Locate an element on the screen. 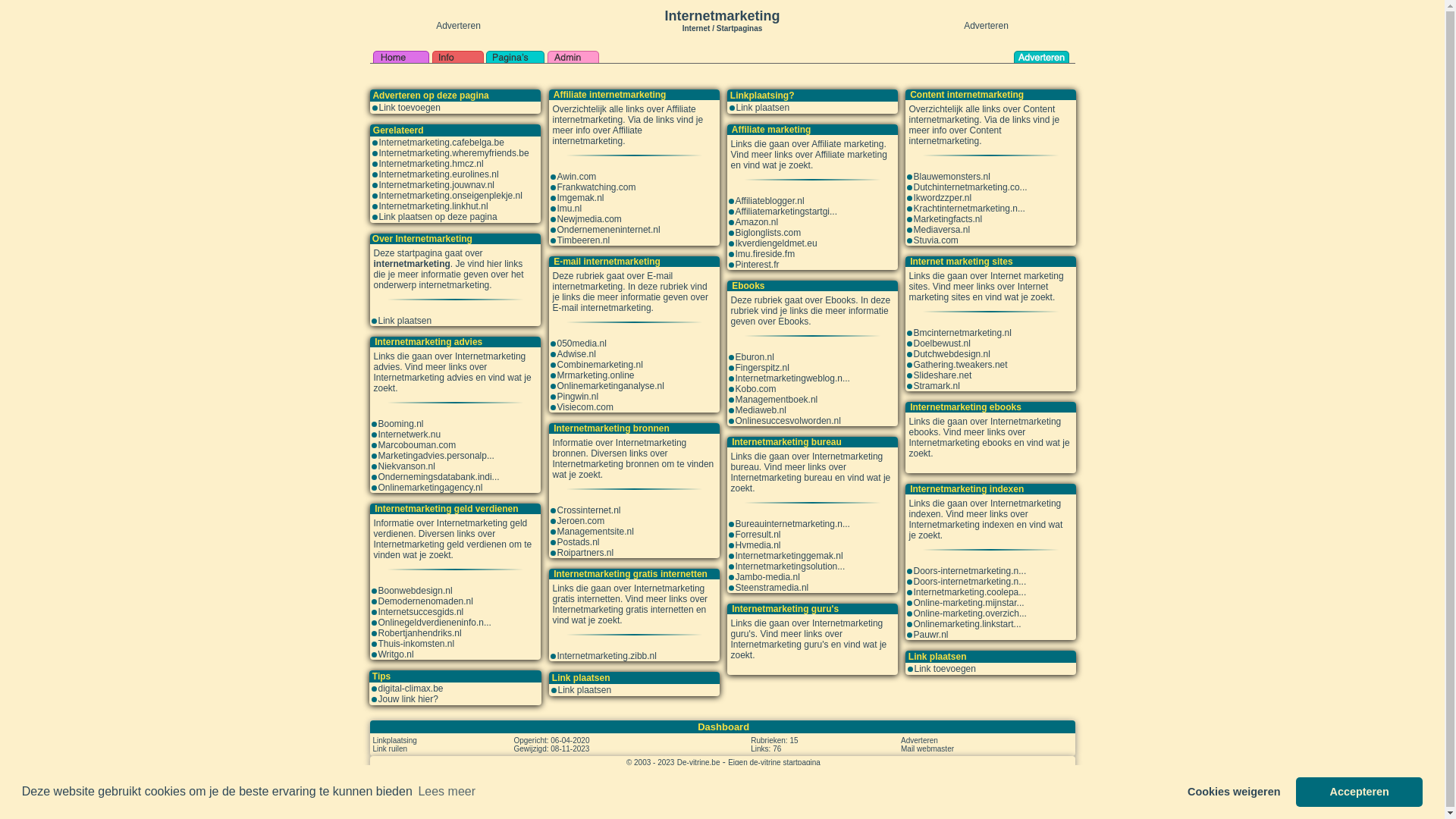 The height and width of the screenshot is (819, 1456). 'Doors-internetmarketing.n...' is located at coordinates (968, 570).